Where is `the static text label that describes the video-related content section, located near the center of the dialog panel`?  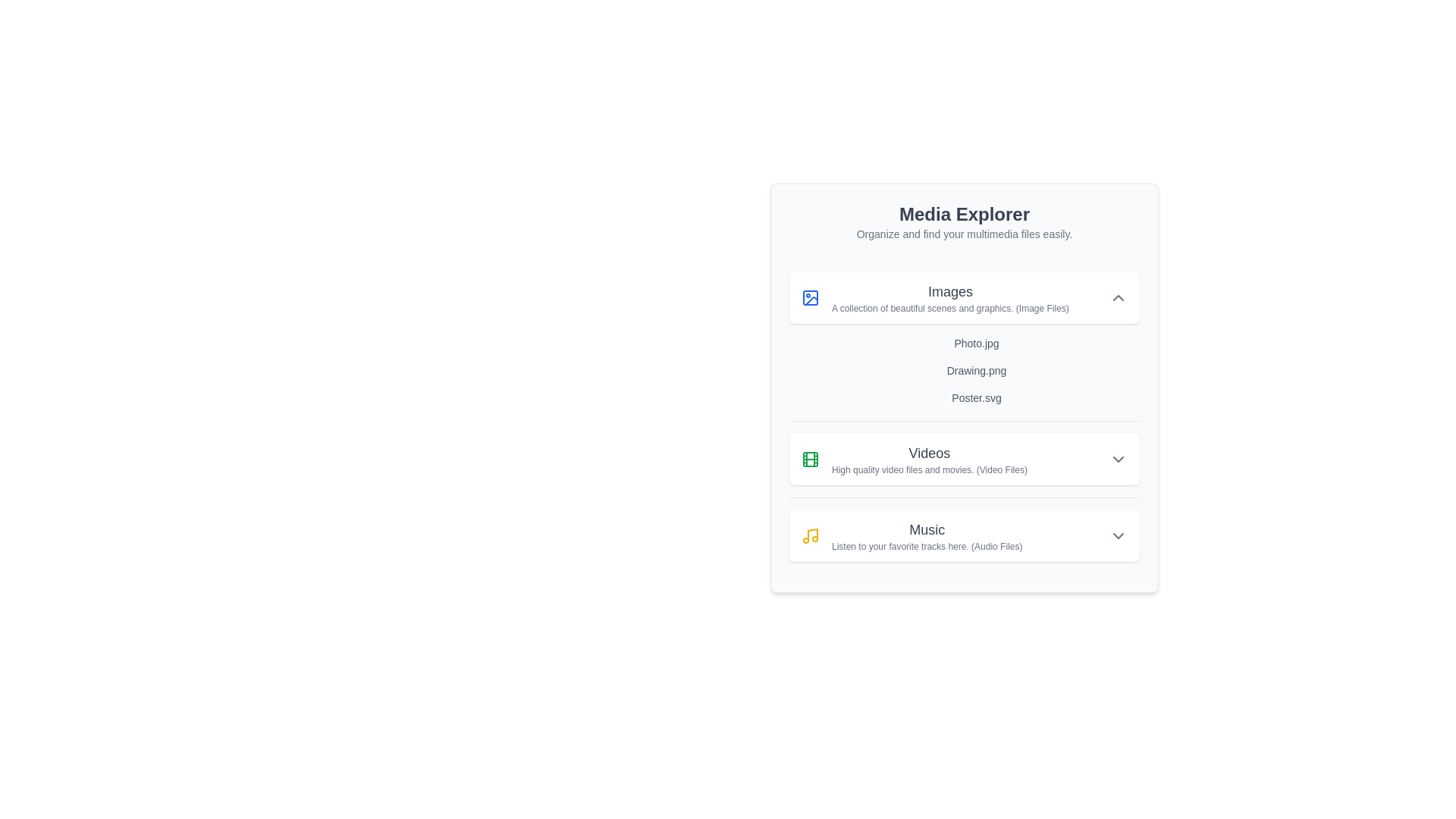 the static text label that describes the video-related content section, located near the center of the dialog panel is located at coordinates (928, 452).